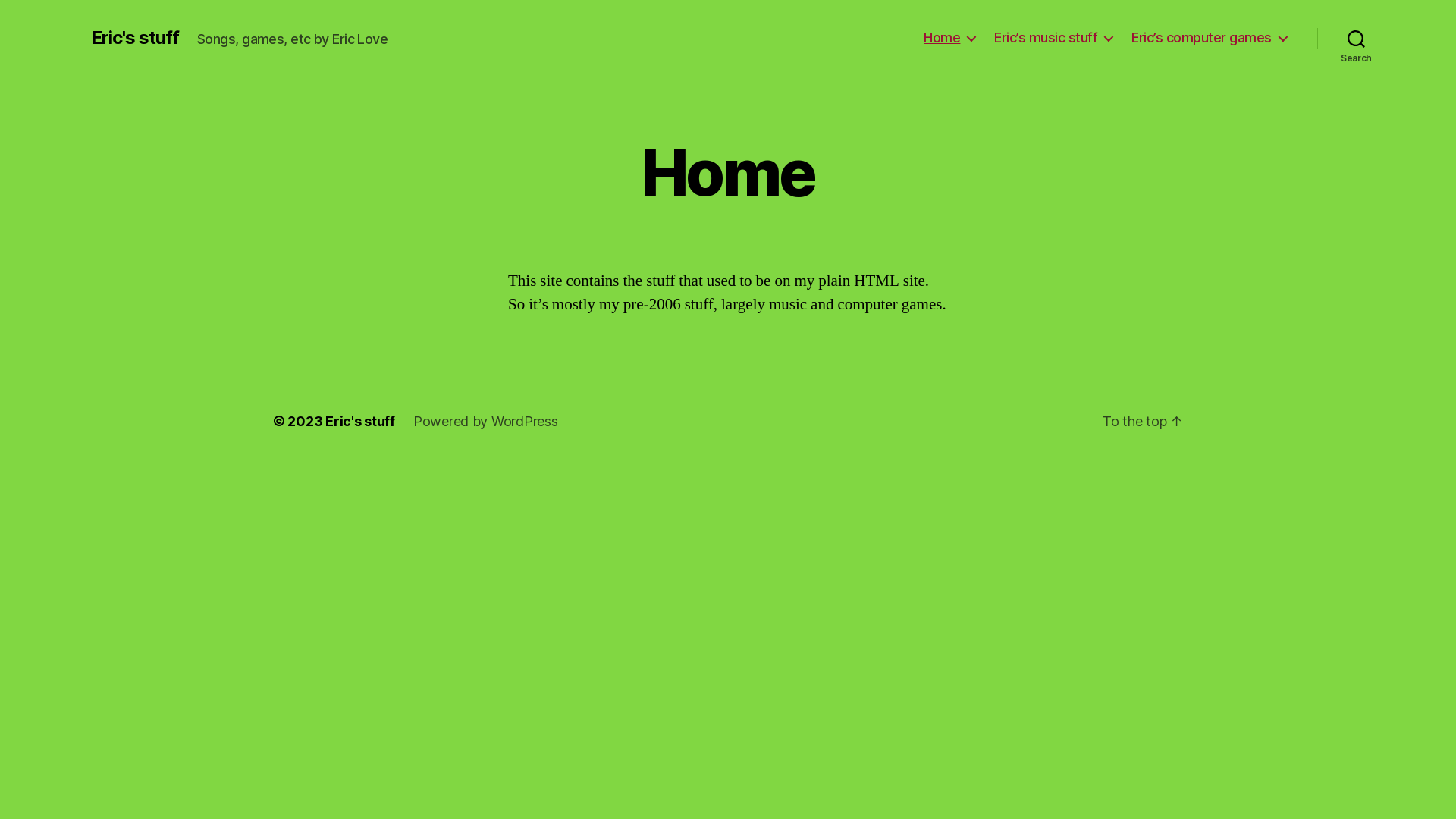 This screenshot has height=819, width=1456. Describe the element at coordinates (134, 37) in the screenshot. I see `'Eric's stuff'` at that location.